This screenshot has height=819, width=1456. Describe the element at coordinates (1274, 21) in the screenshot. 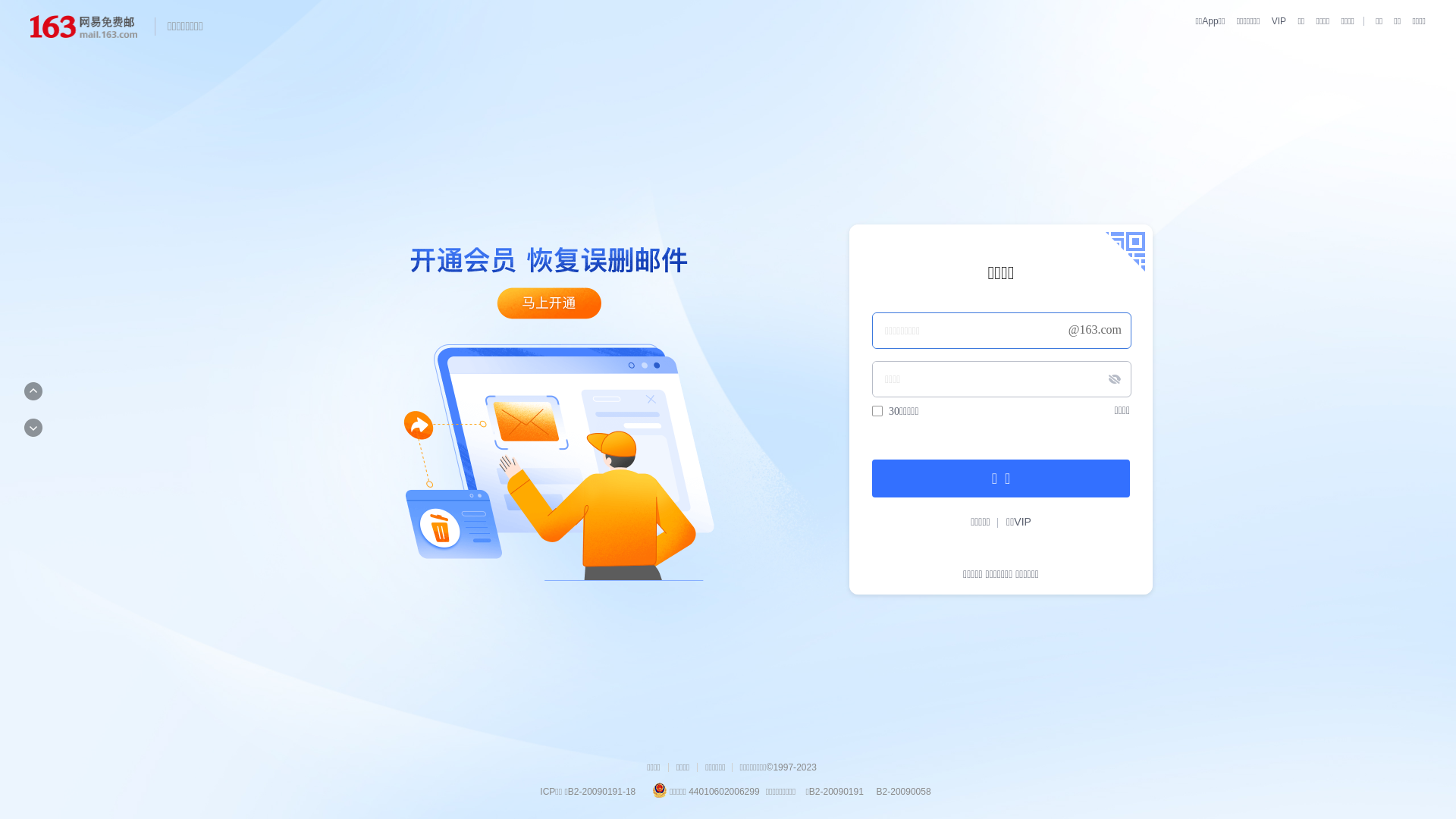

I see `'VIP'` at that location.